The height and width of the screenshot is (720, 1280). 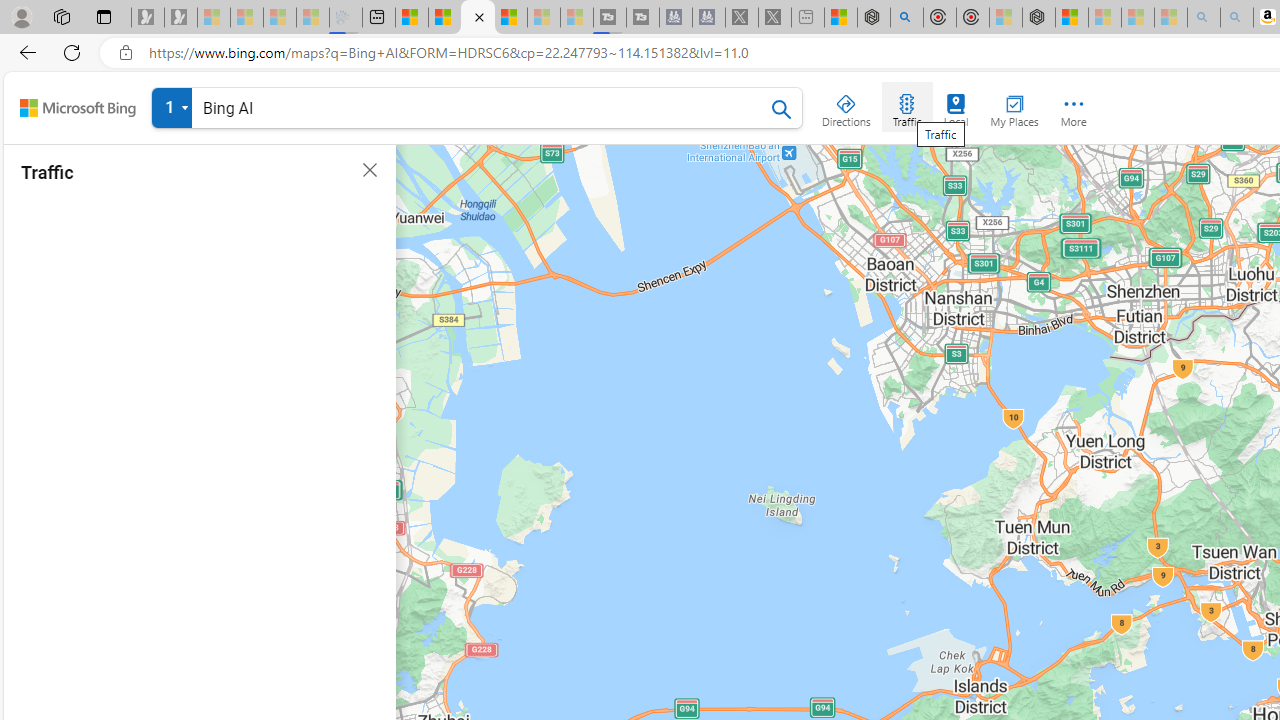 I want to click on 'Local', so click(x=955, y=106).